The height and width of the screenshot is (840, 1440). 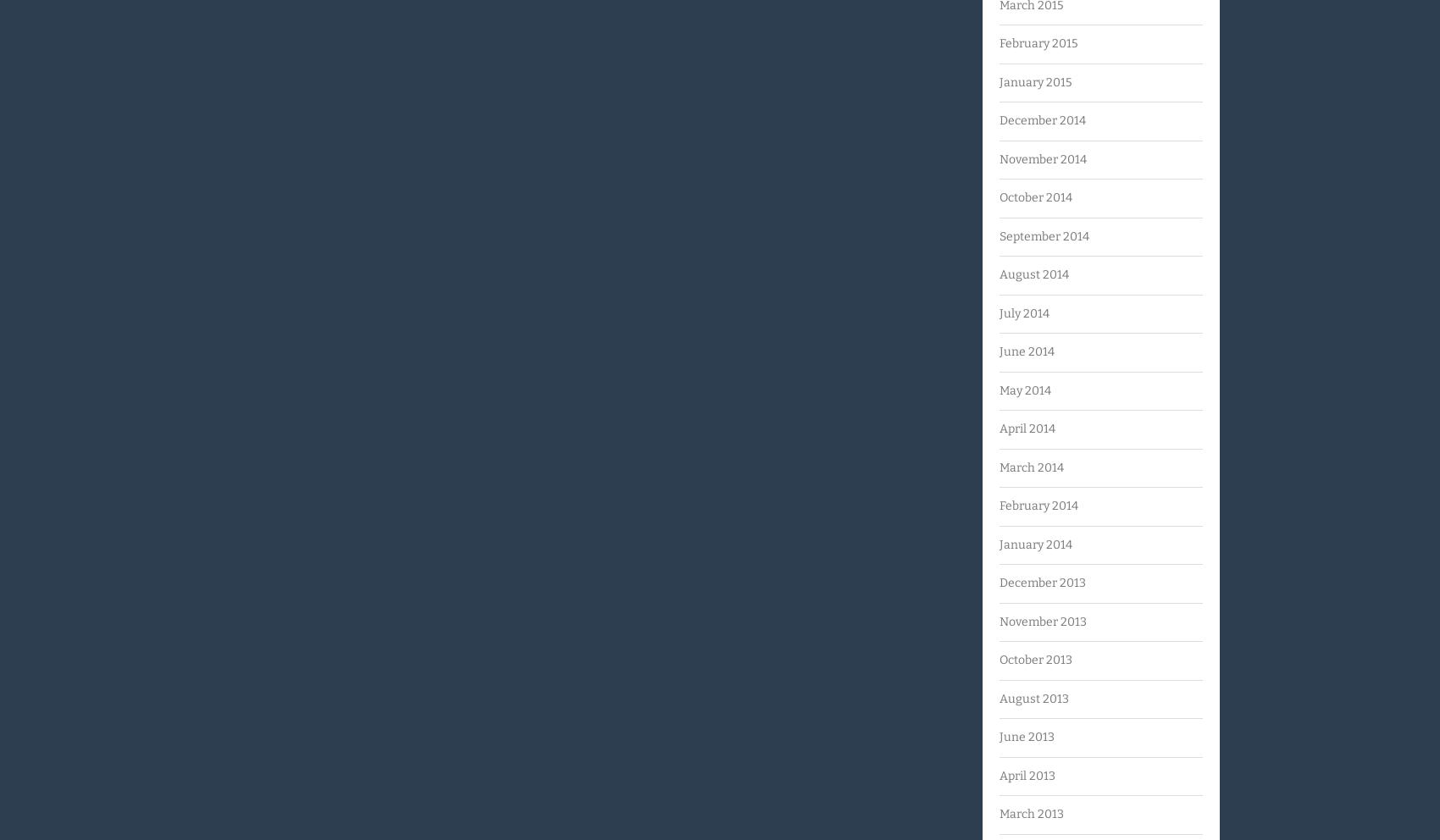 What do you see at coordinates (998, 157) in the screenshot?
I see `'November 2014'` at bounding box center [998, 157].